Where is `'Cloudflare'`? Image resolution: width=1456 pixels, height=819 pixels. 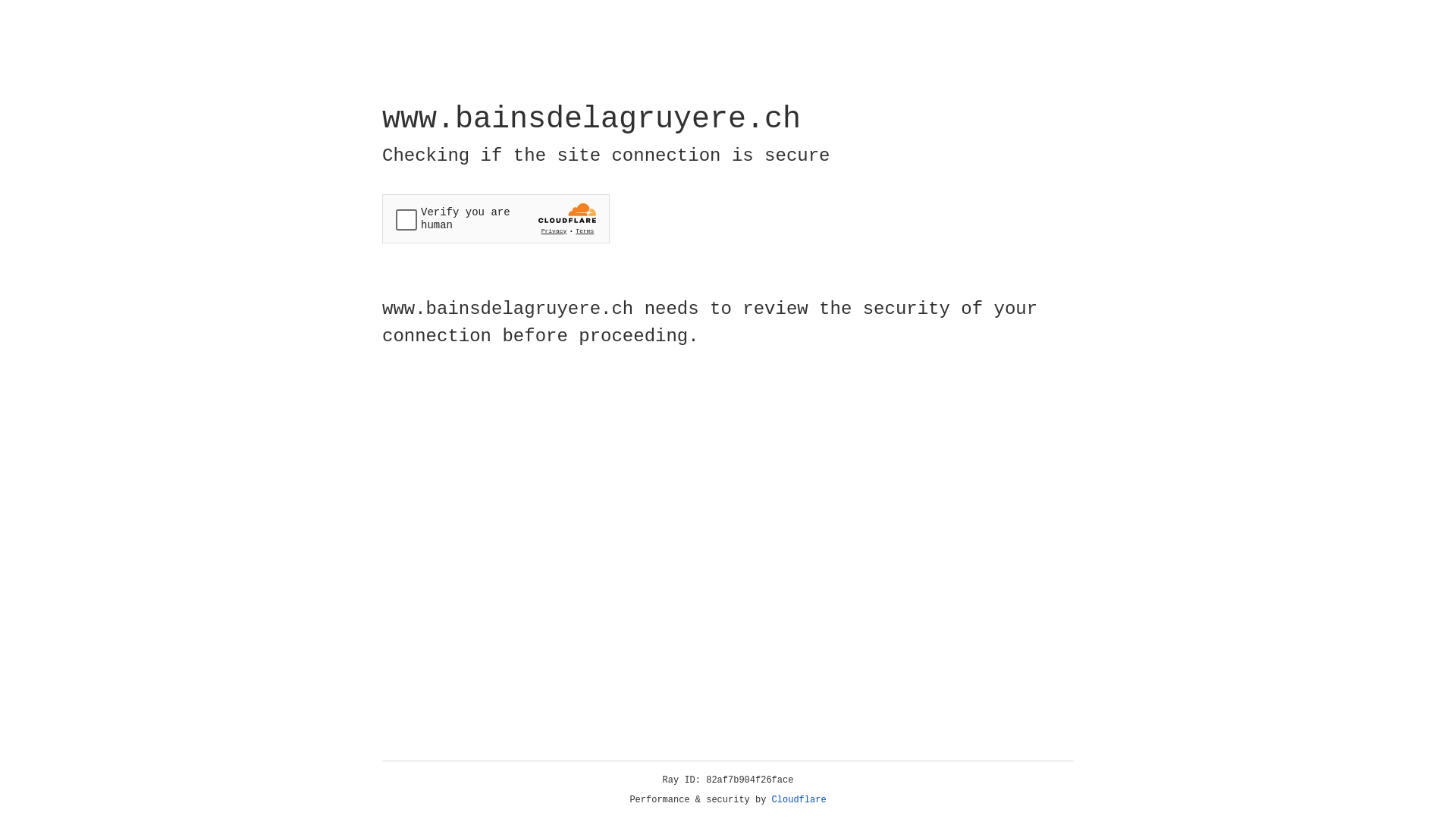
'Cloudflare' is located at coordinates (771, 799).